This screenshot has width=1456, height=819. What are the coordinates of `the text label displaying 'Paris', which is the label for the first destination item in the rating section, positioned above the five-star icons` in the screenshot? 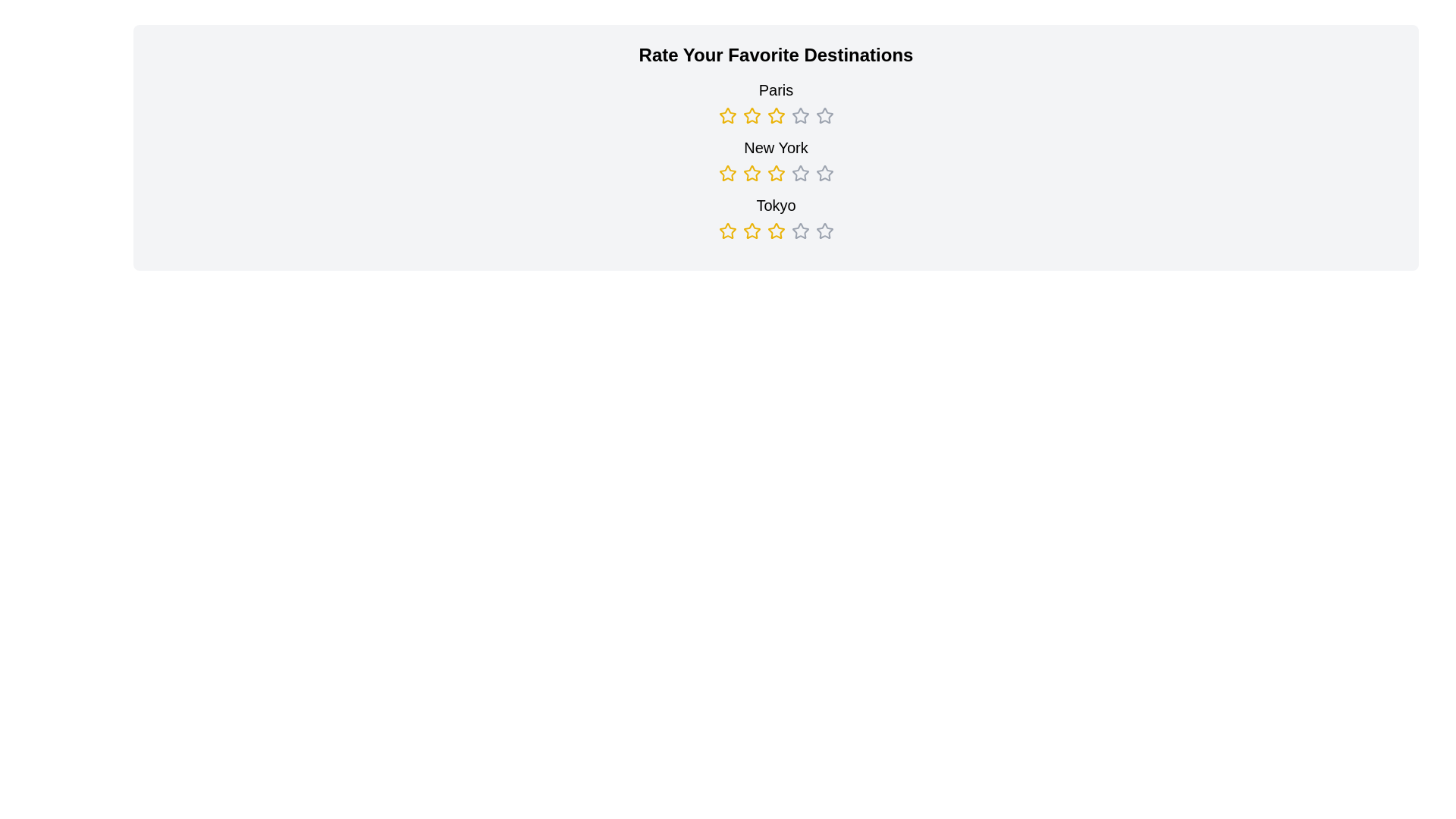 It's located at (776, 90).